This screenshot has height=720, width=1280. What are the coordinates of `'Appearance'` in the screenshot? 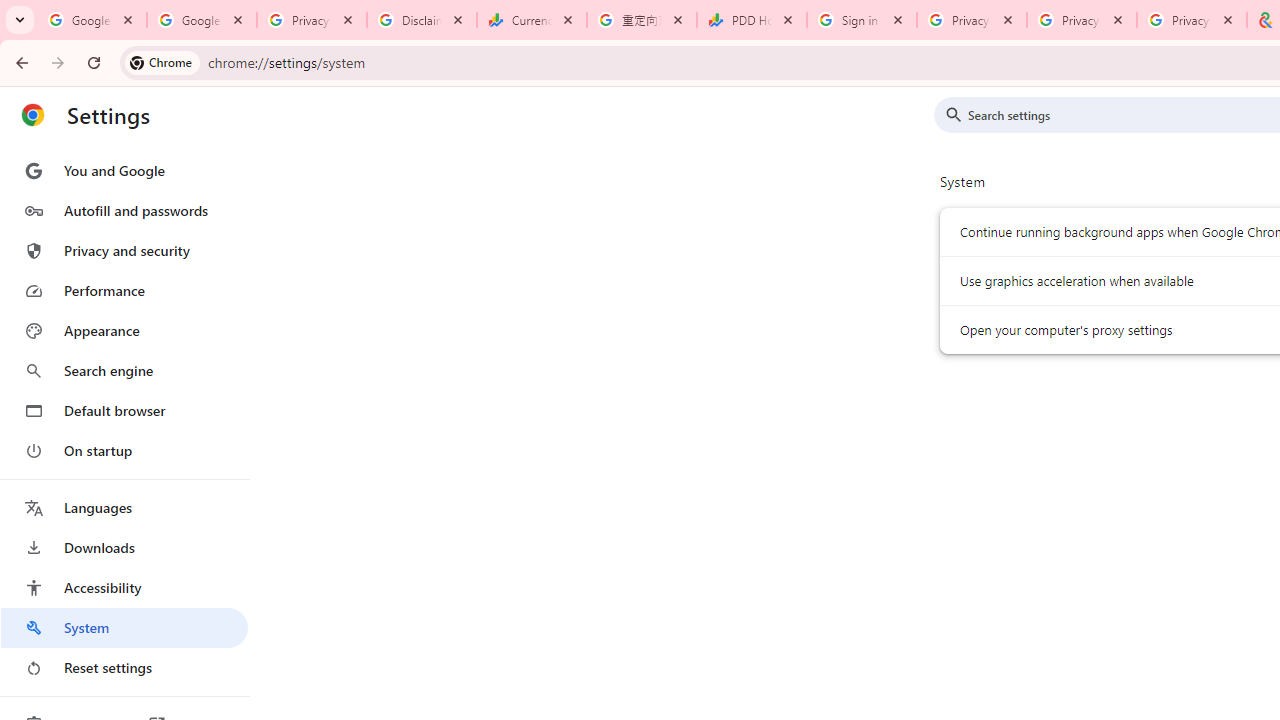 It's located at (123, 330).